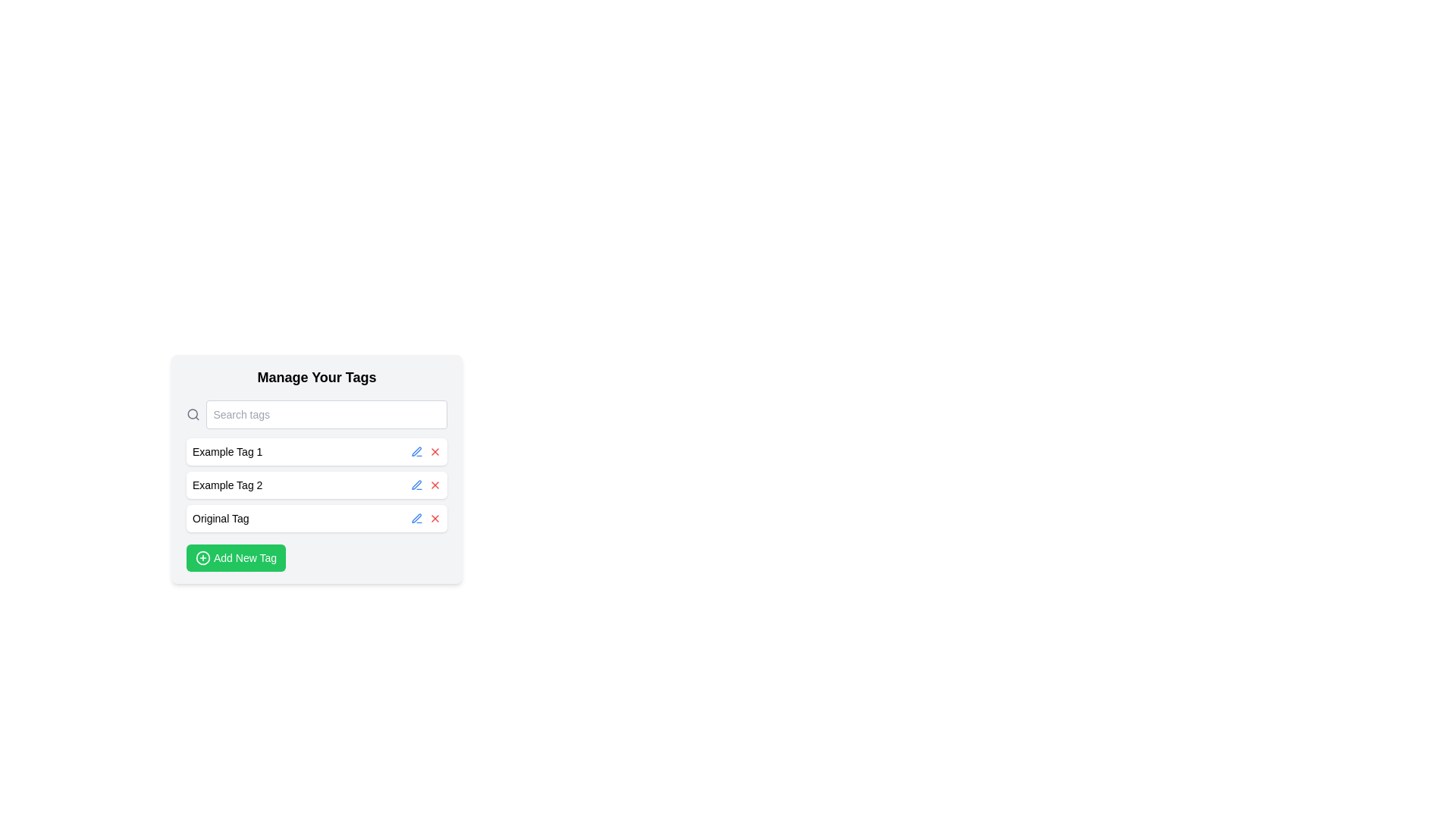 The width and height of the screenshot is (1456, 819). What do you see at coordinates (326, 415) in the screenshot?
I see `the search bar located at the top of the 'Manage Your Tags' panel` at bounding box center [326, 415].